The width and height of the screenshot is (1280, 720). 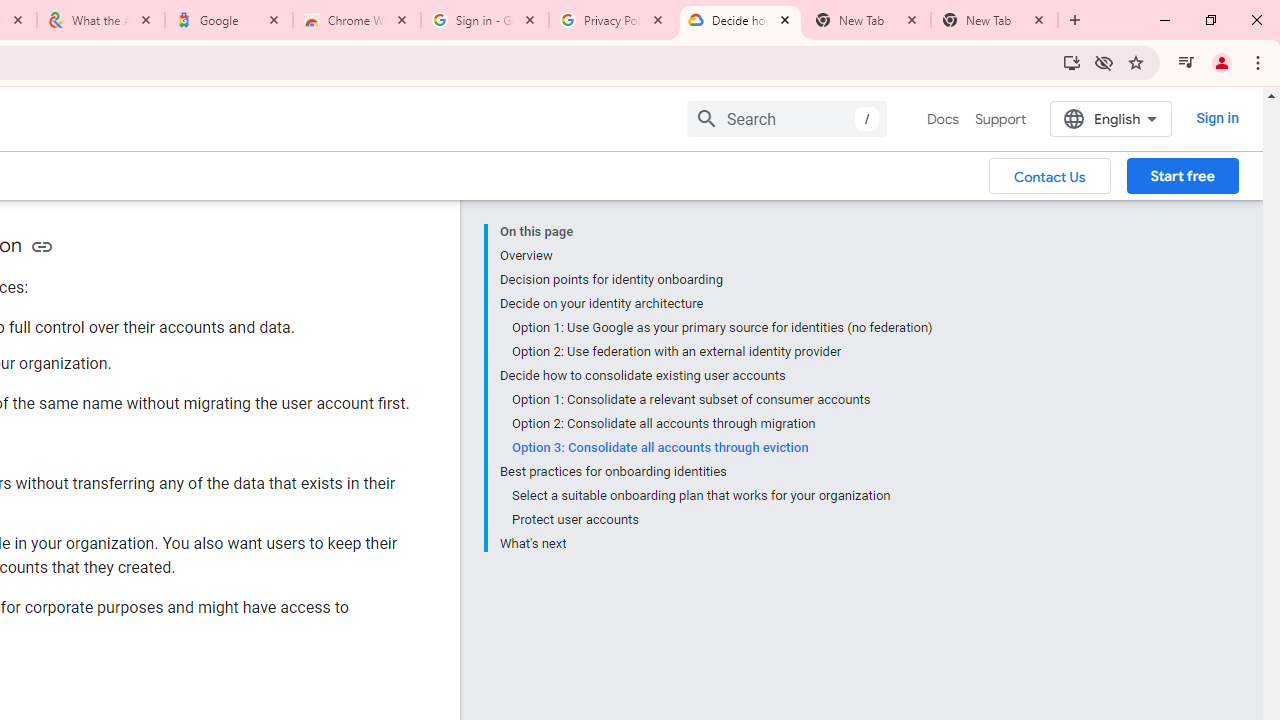 I want to click on 'Option 2: Use federation with an external identity provider', so click(x=720, y=351).